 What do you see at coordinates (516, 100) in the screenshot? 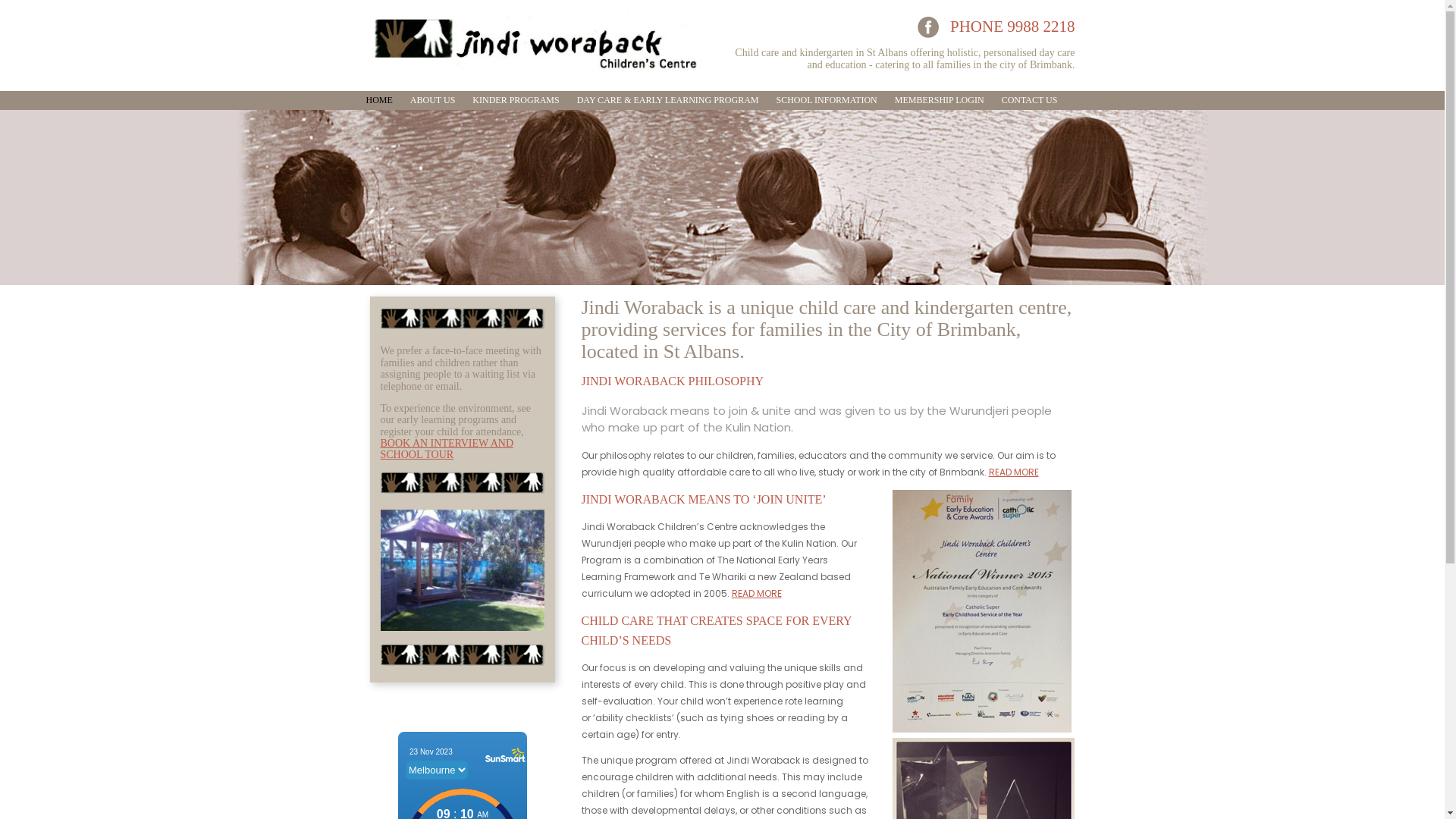
I see `'KINDER PROGRAMS'` at bounding box center [516, 100].